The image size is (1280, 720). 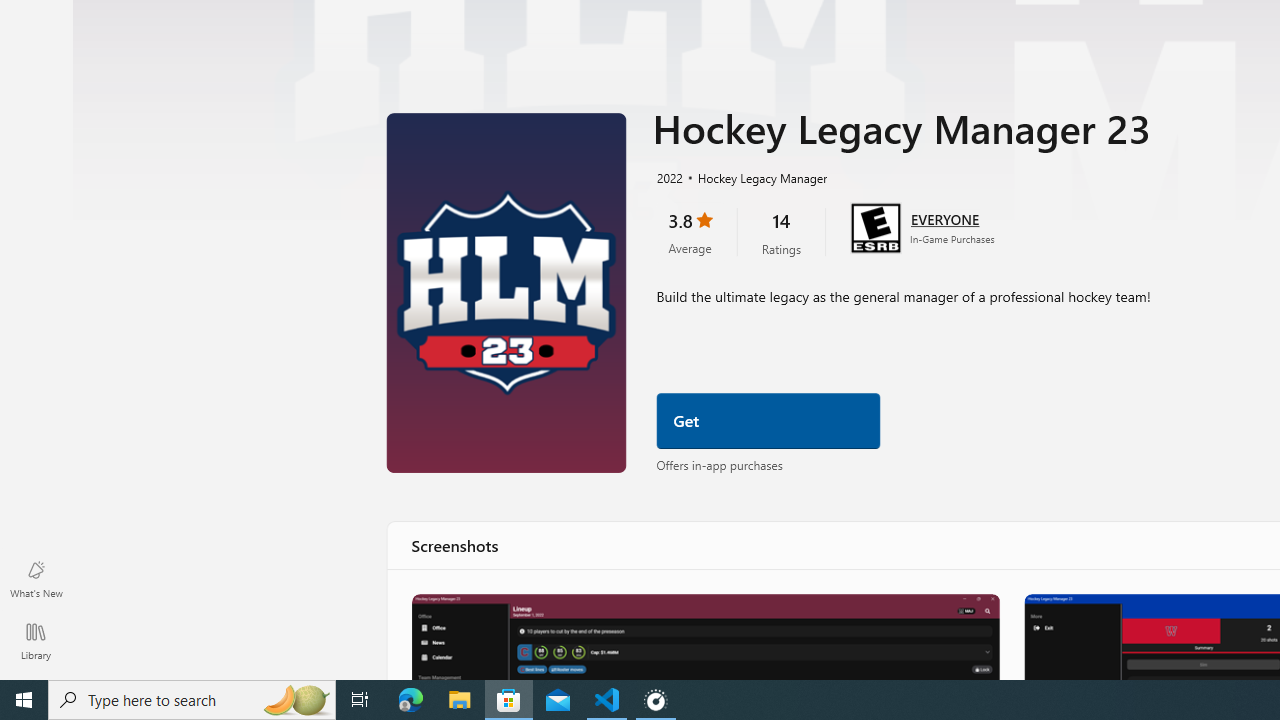 I want to click on 'What', so click(x=35, y=578).